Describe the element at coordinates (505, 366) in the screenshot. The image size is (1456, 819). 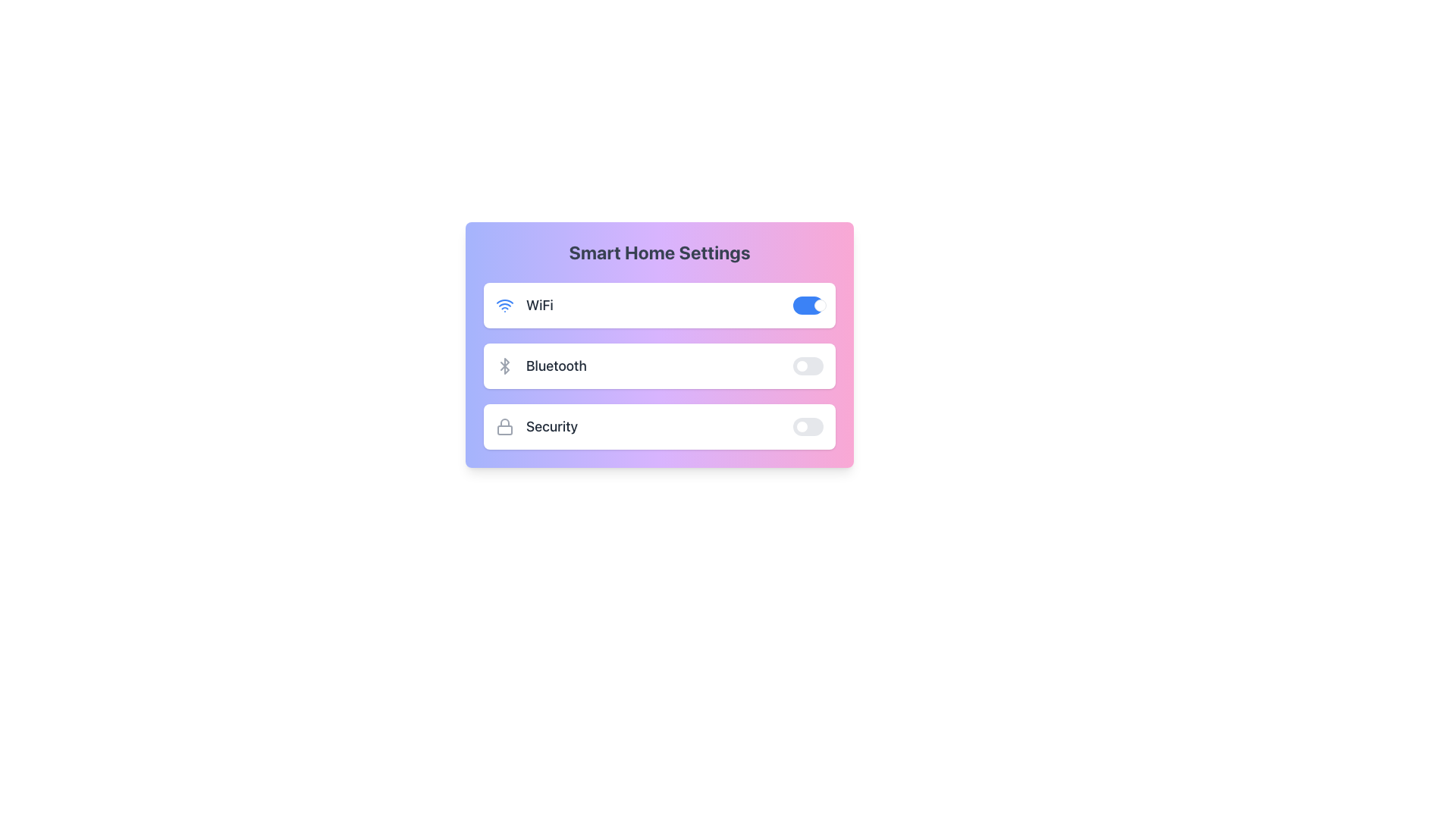
I see `the Bluetooth icon located in the middle row of the Smart Home Settings interface, which visually denotes the Bluetooth option` at that location.